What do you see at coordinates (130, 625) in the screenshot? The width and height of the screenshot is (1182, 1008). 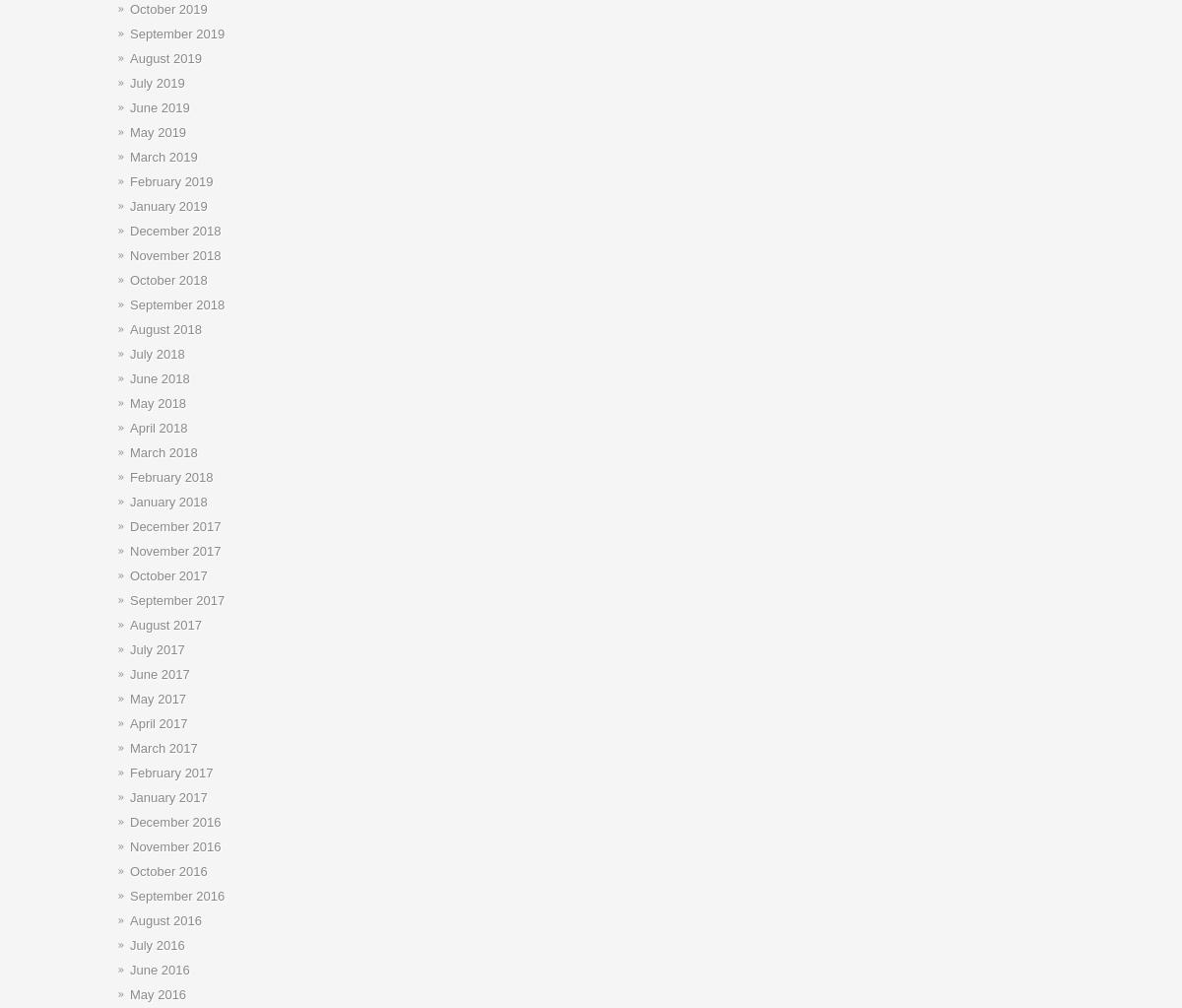 I see `'August 2017'` at bounding box center [130, 625].